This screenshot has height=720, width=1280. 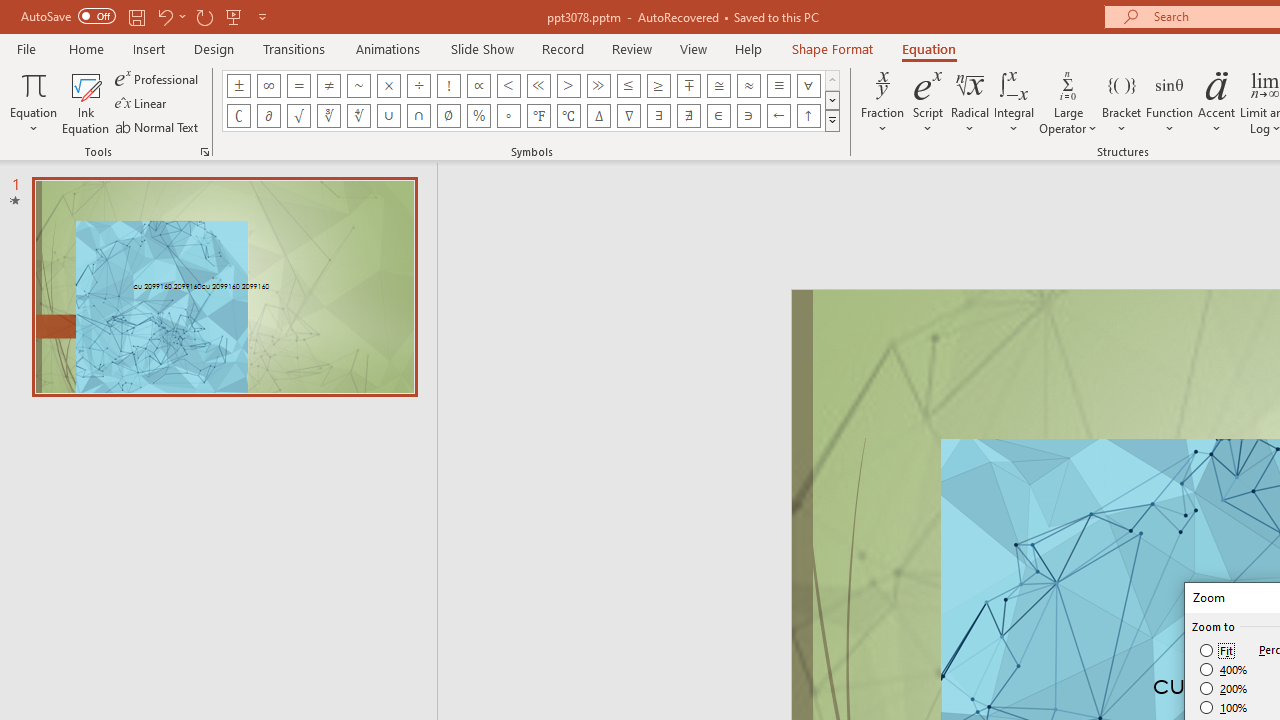 What do you see at coordinates (538, 115) in the screenshot?
I see `'Equation Symbol Degrees Fahrenheit'` at bounding box center [538, 115].